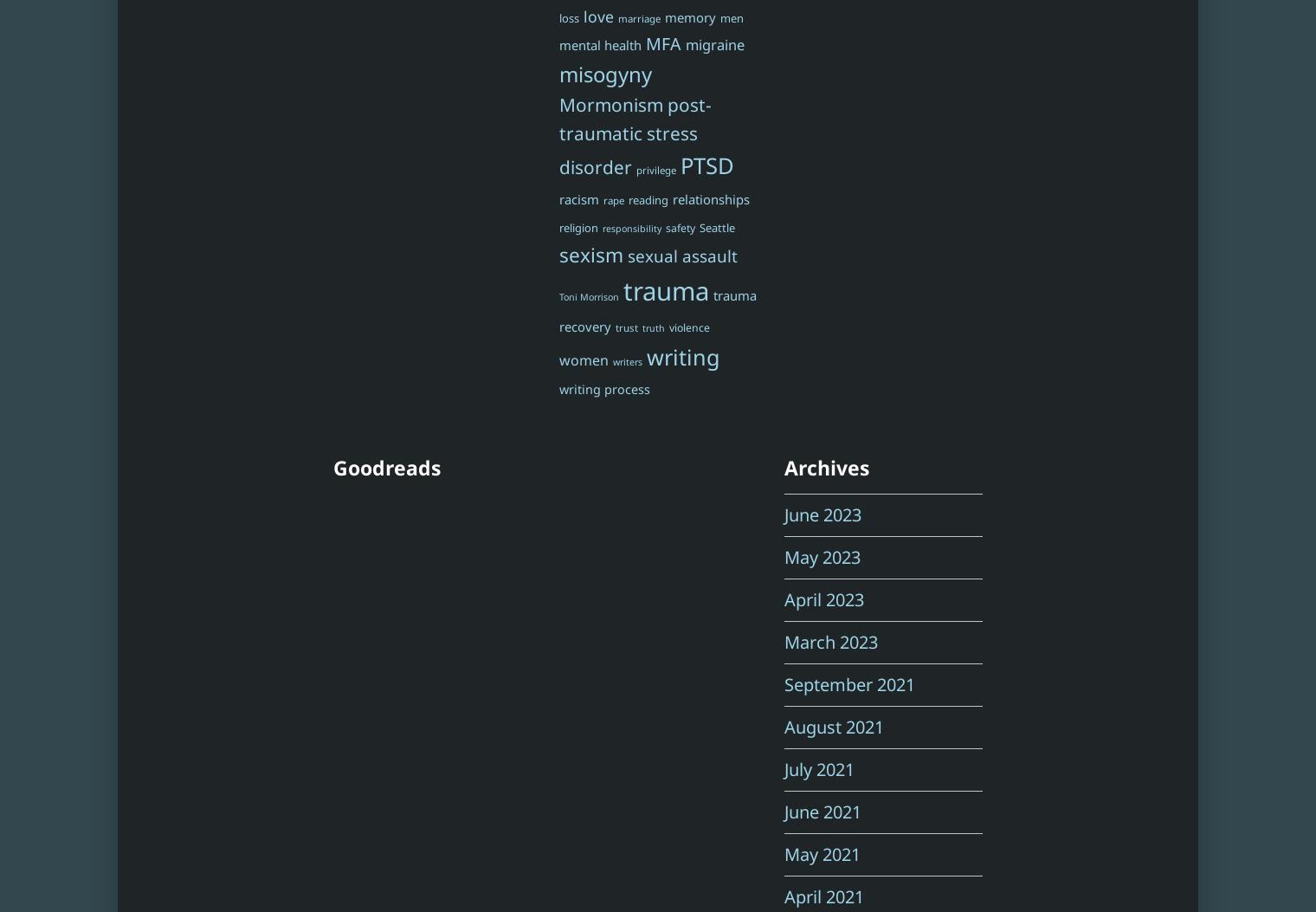 The image size is (1316, 912). I want to click on 'PTSD', so click(705, 164).